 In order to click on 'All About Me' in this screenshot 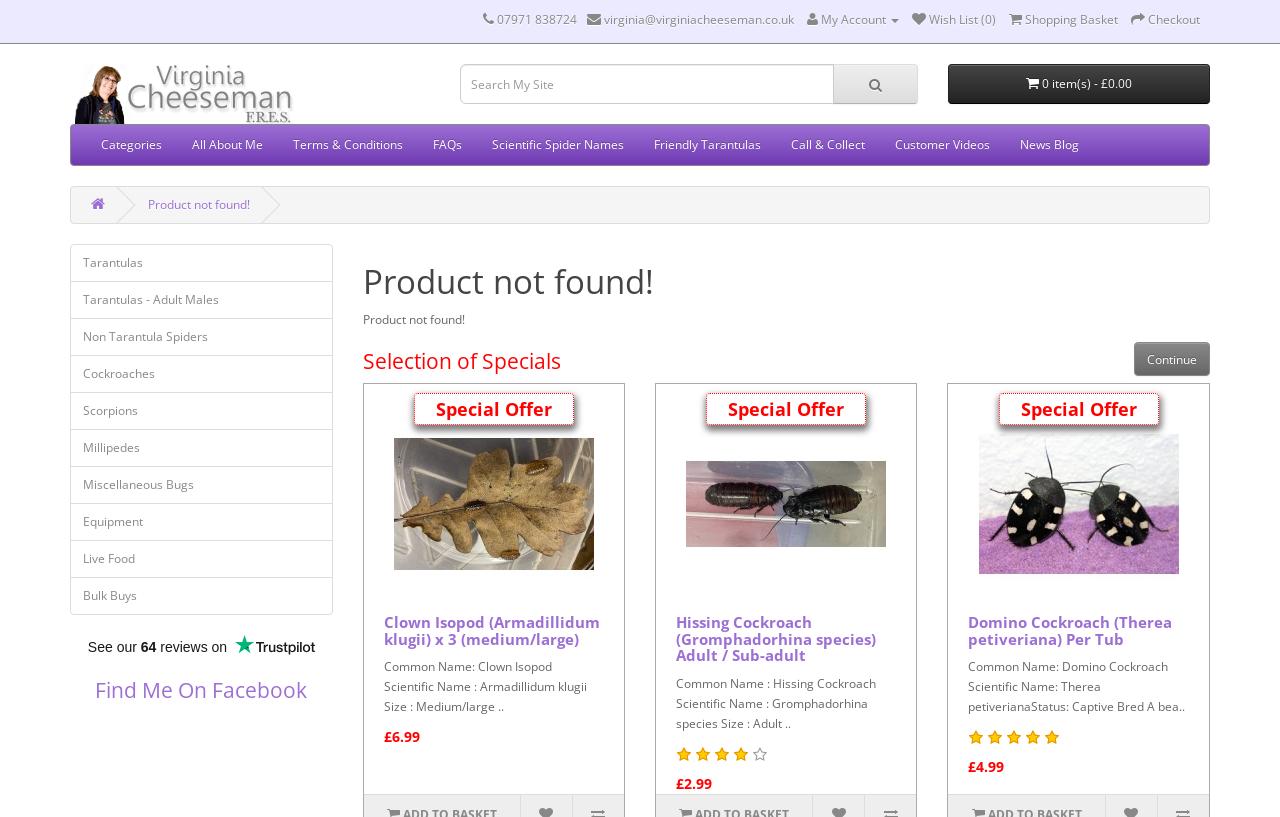, I will do `click(227, 144)`.